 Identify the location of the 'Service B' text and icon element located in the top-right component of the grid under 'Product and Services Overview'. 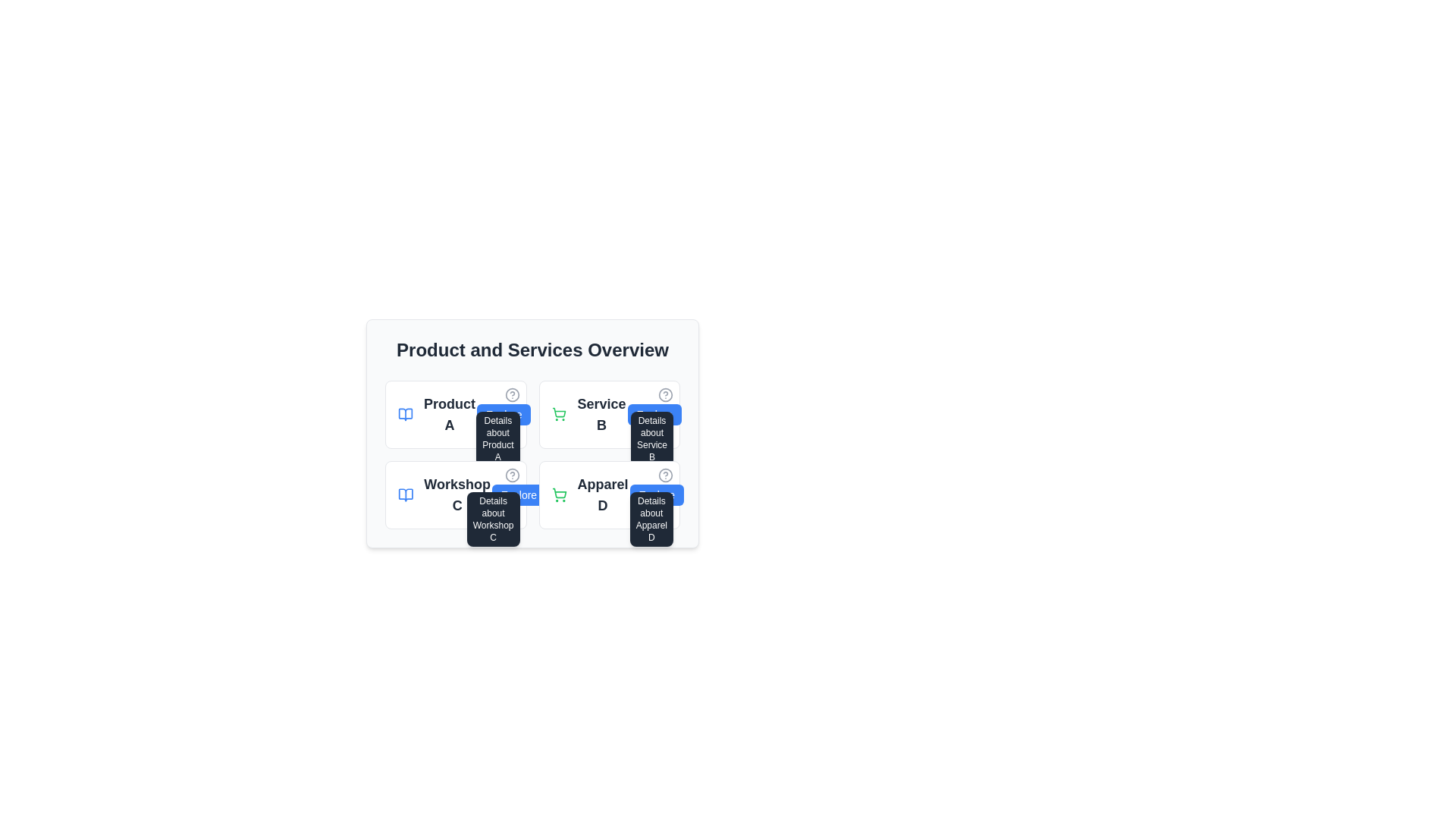
(588, 415).